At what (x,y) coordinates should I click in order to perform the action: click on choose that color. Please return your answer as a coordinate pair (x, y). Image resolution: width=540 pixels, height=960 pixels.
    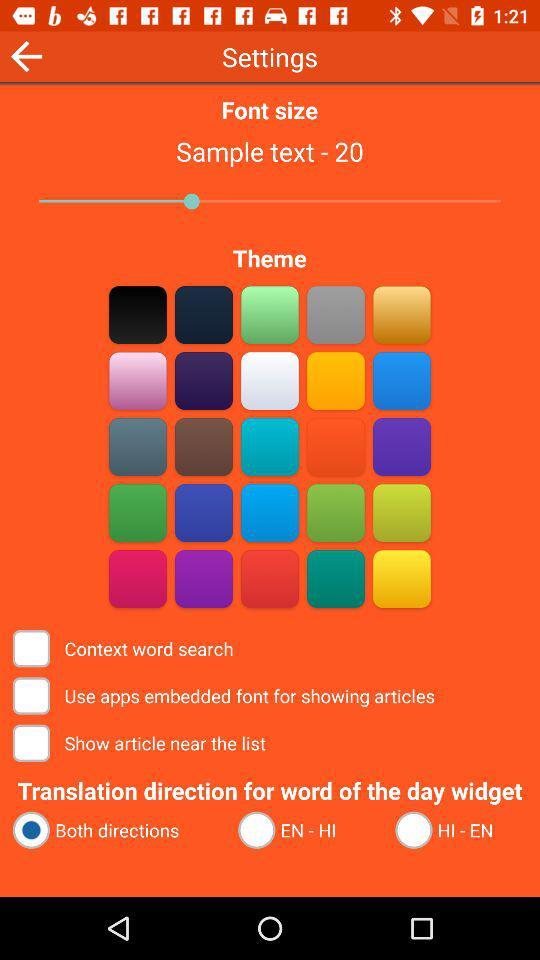
    Looking at the image, I should click on (335, 314).